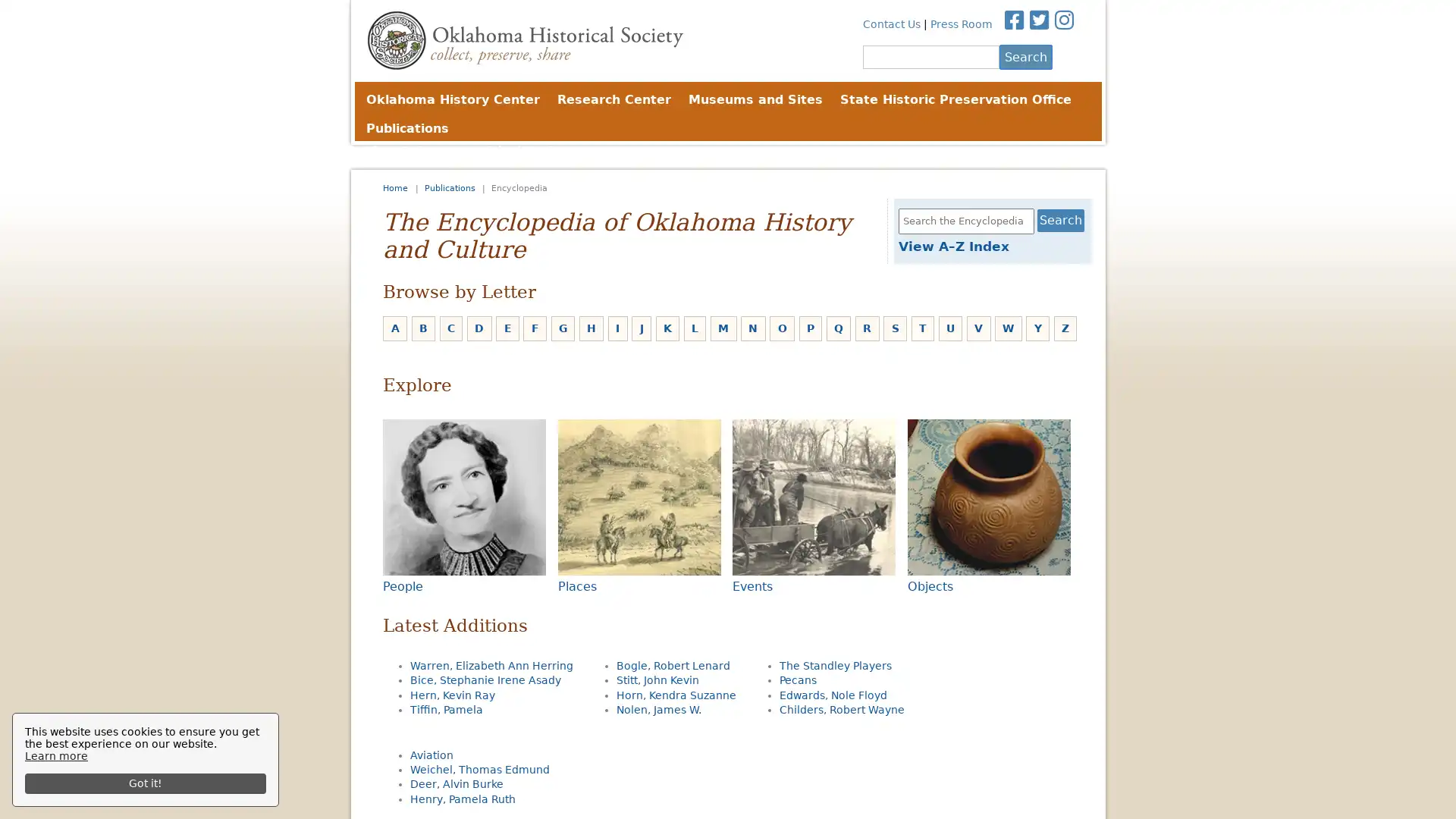  I want to click on Search, so click(1059, 220).